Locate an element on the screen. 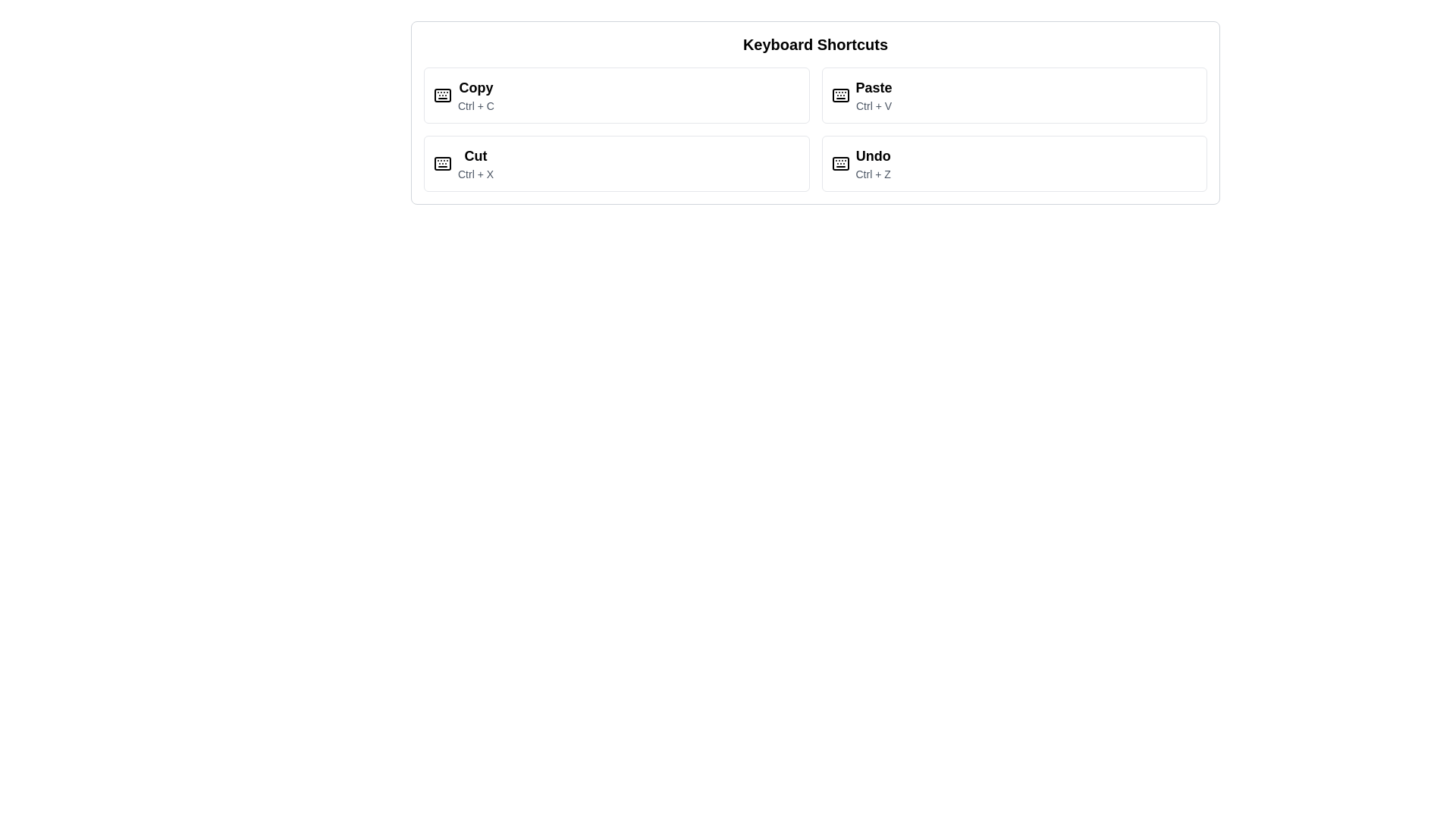 The width and height of the screenshot is (1456, 819). the 'Undo' text display component located in the bottom-right quadrant of the Keyboard Shortcuts window, which includes an icon of a keyboard next to the text is located at coordinates (873, 164).